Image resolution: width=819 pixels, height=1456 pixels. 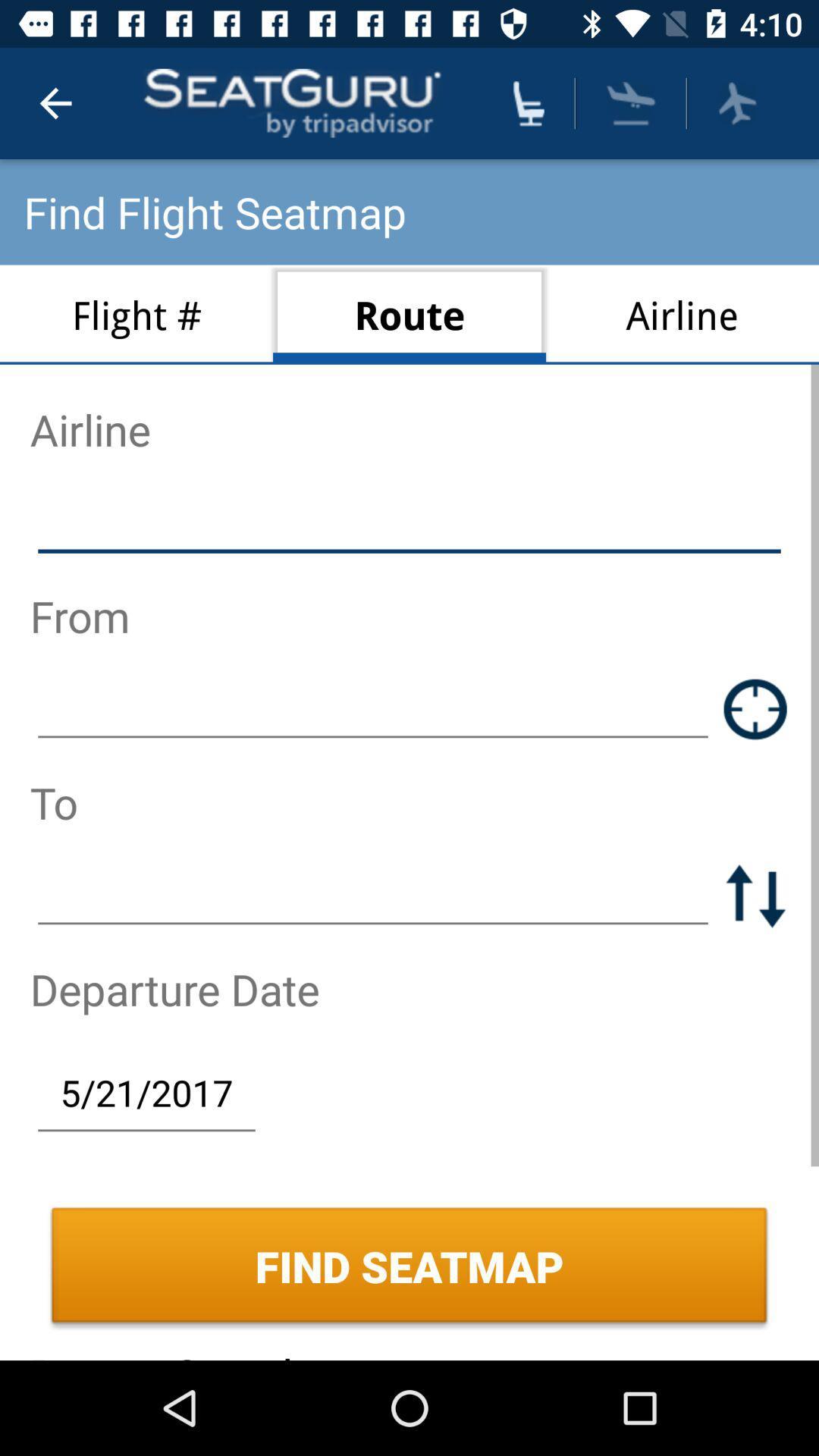 What do you see at coordinates (755, 896) in the screenshot?
I see `switch elements` at bounding box center [755, 896].